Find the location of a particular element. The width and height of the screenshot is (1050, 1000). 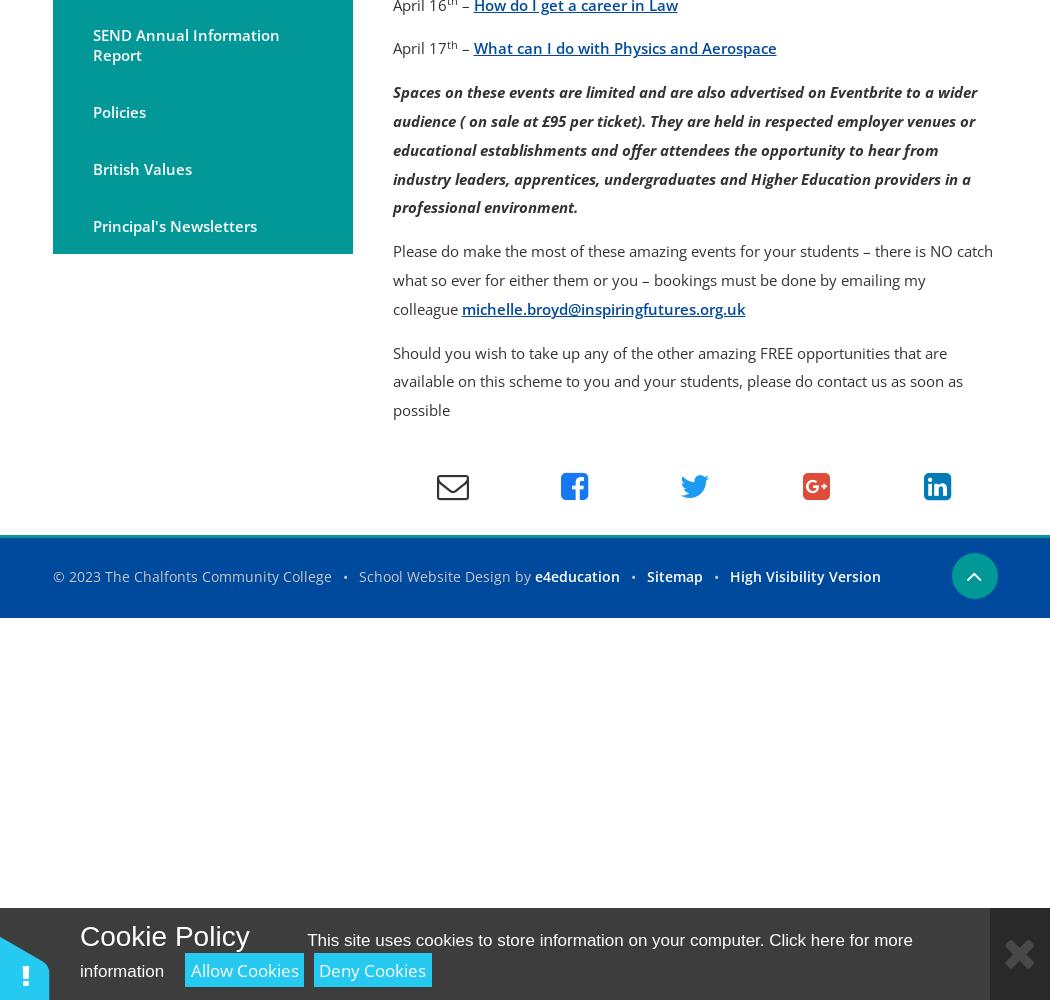

'© 2023 The Chalfonts Community College' is located at coordinates (192, 575).